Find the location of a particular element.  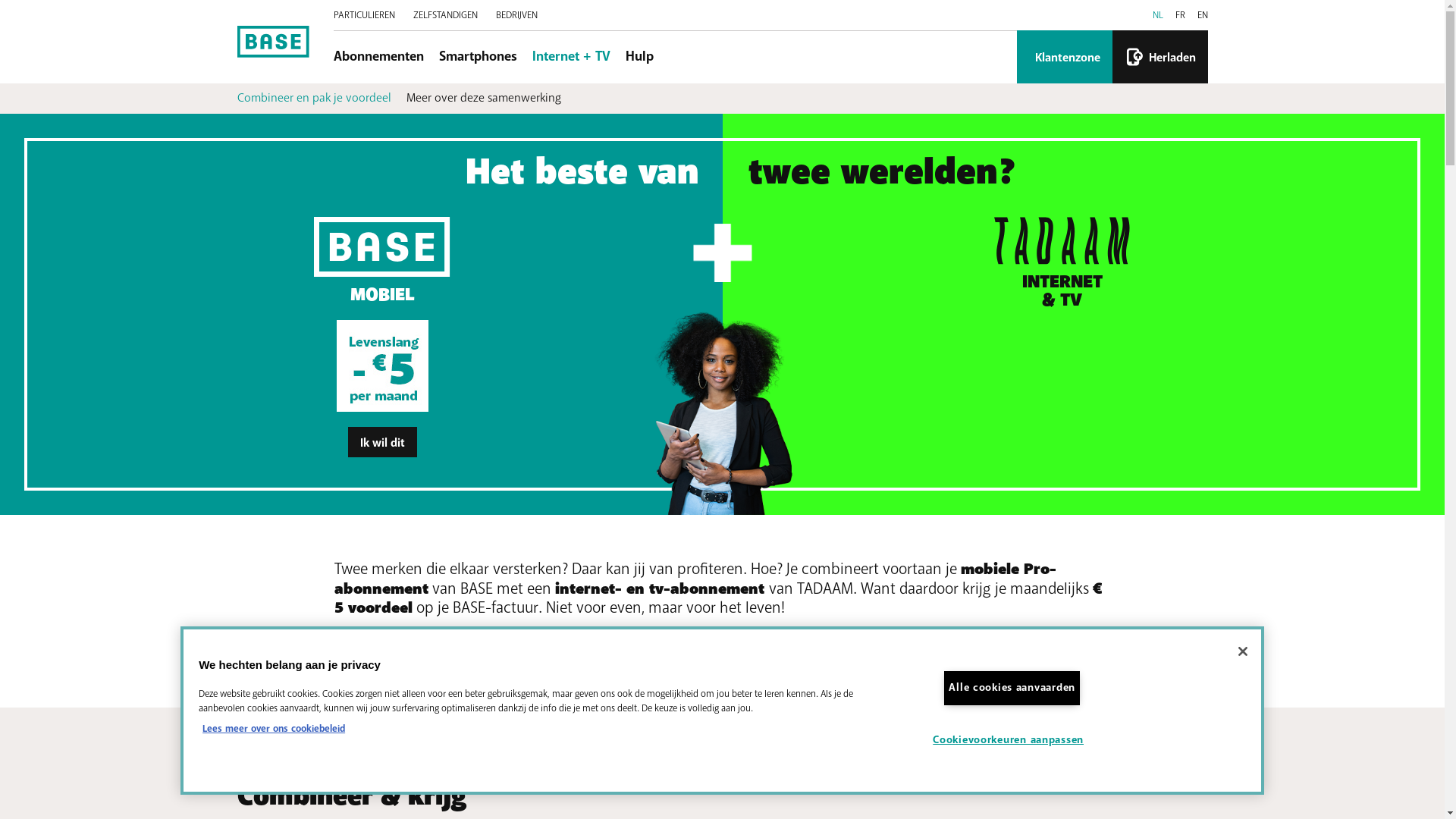

'Ik wil dit' is located at coordinates (382, 441).